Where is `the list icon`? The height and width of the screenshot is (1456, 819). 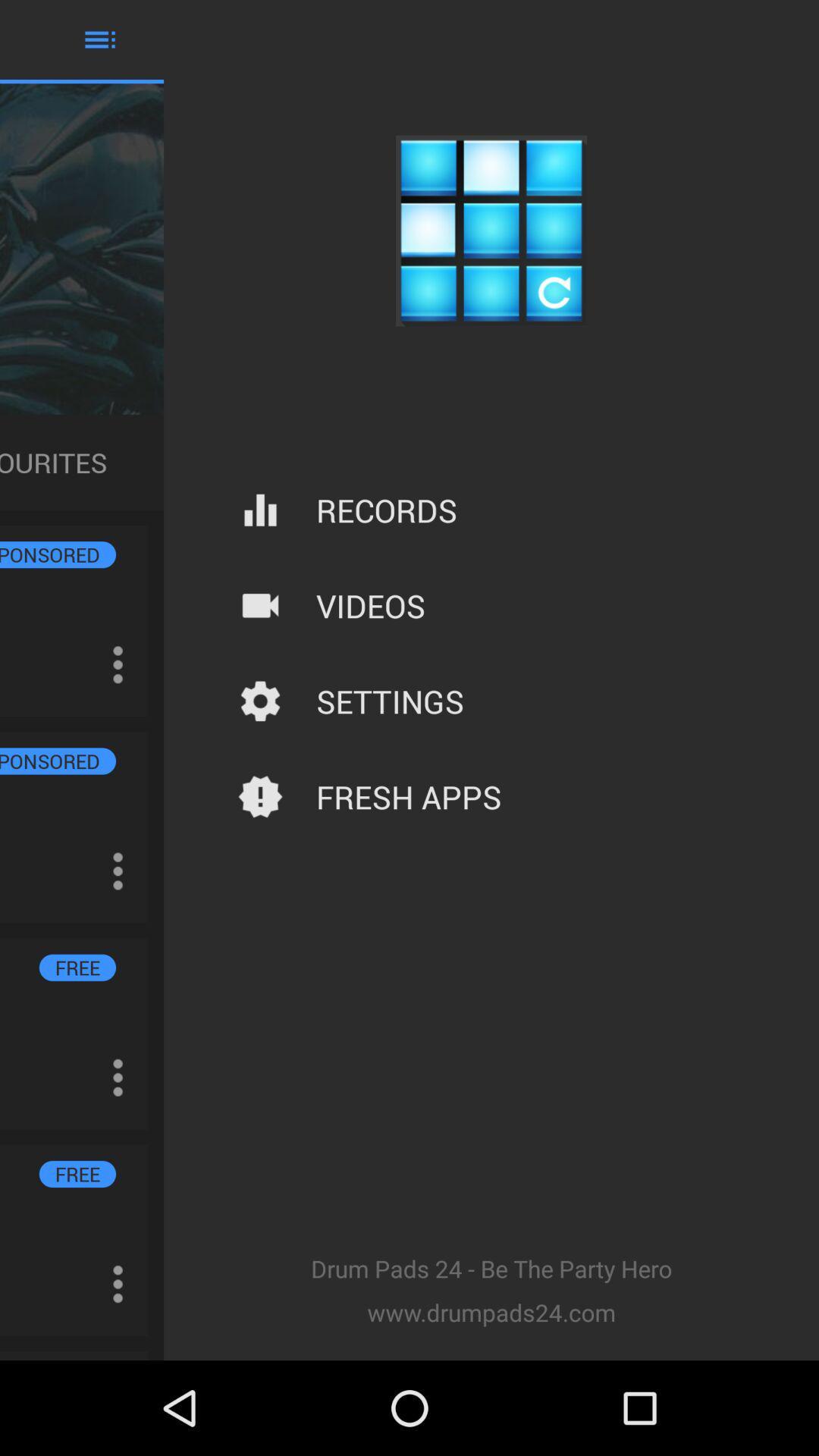
the list icon is located at coordinates (99, 42).